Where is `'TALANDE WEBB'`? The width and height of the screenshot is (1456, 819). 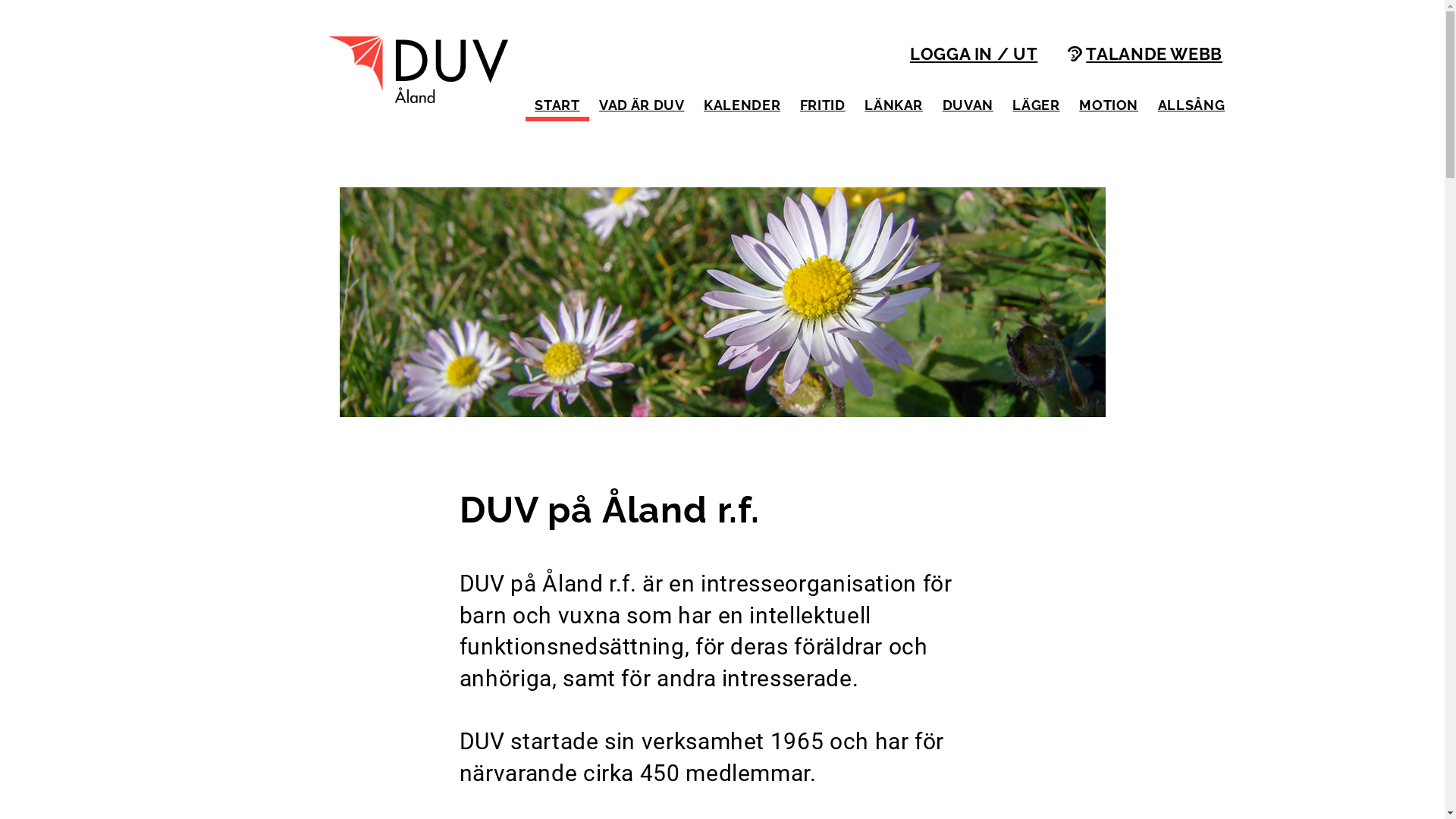 'TALANDE WEBB' is located at coordinates (1066, 55).